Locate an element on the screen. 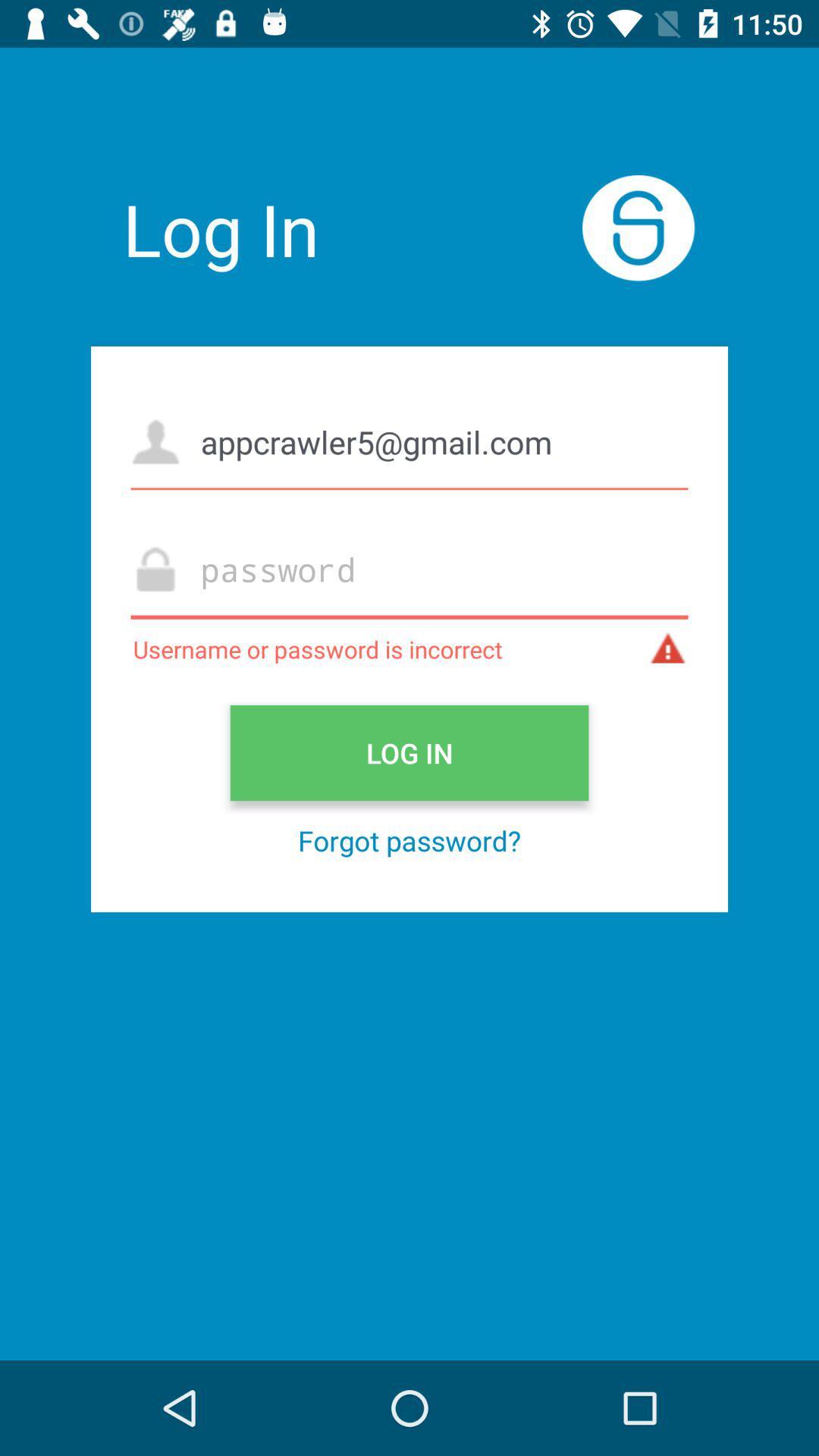 Image resolution: width=819 pixels, height=1456 pixels. the appcrawler5@gmail.com icon is located at coordinates (409, 441).